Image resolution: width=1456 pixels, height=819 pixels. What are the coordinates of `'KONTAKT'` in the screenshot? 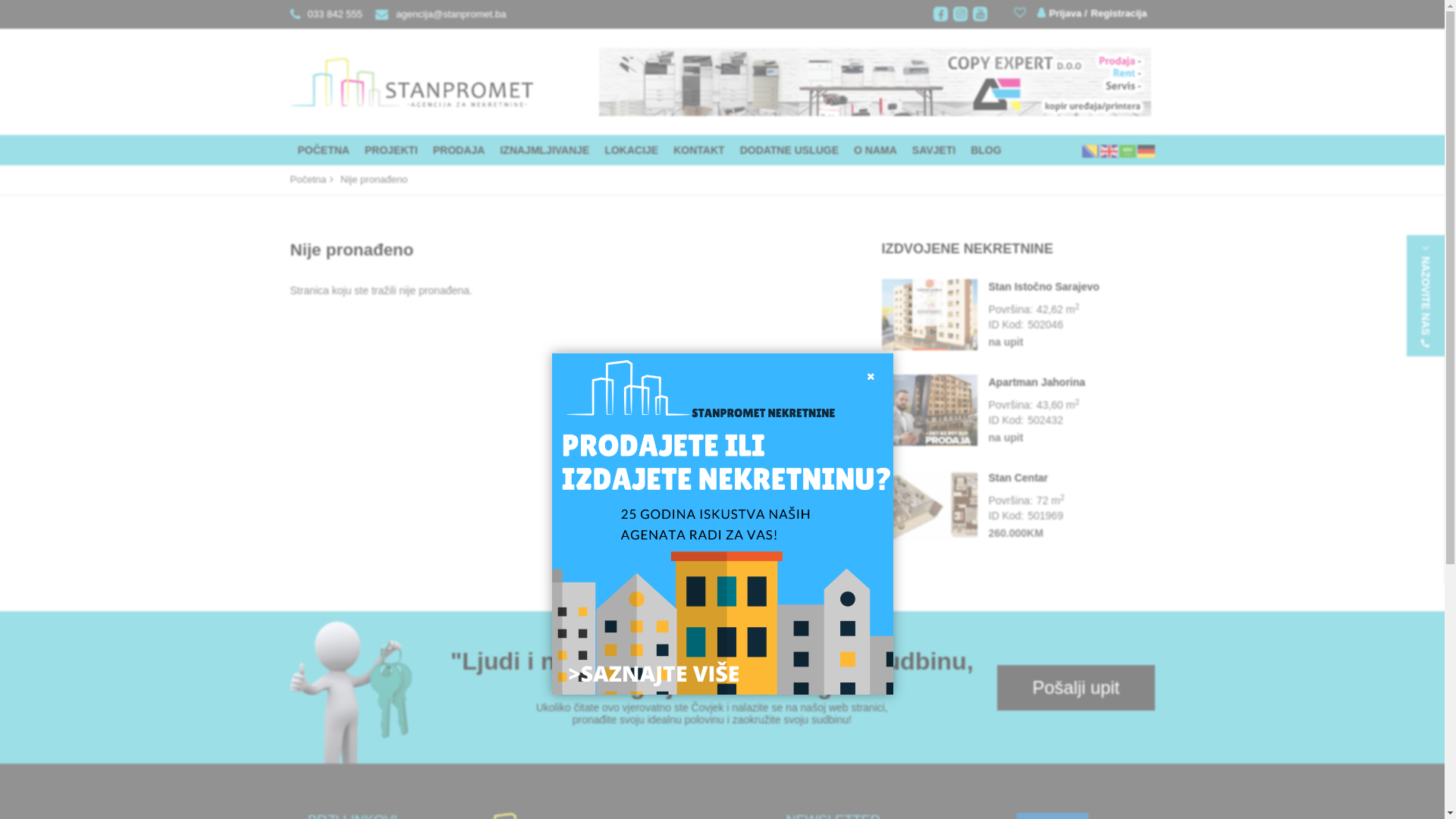 It's located at (698, 149).